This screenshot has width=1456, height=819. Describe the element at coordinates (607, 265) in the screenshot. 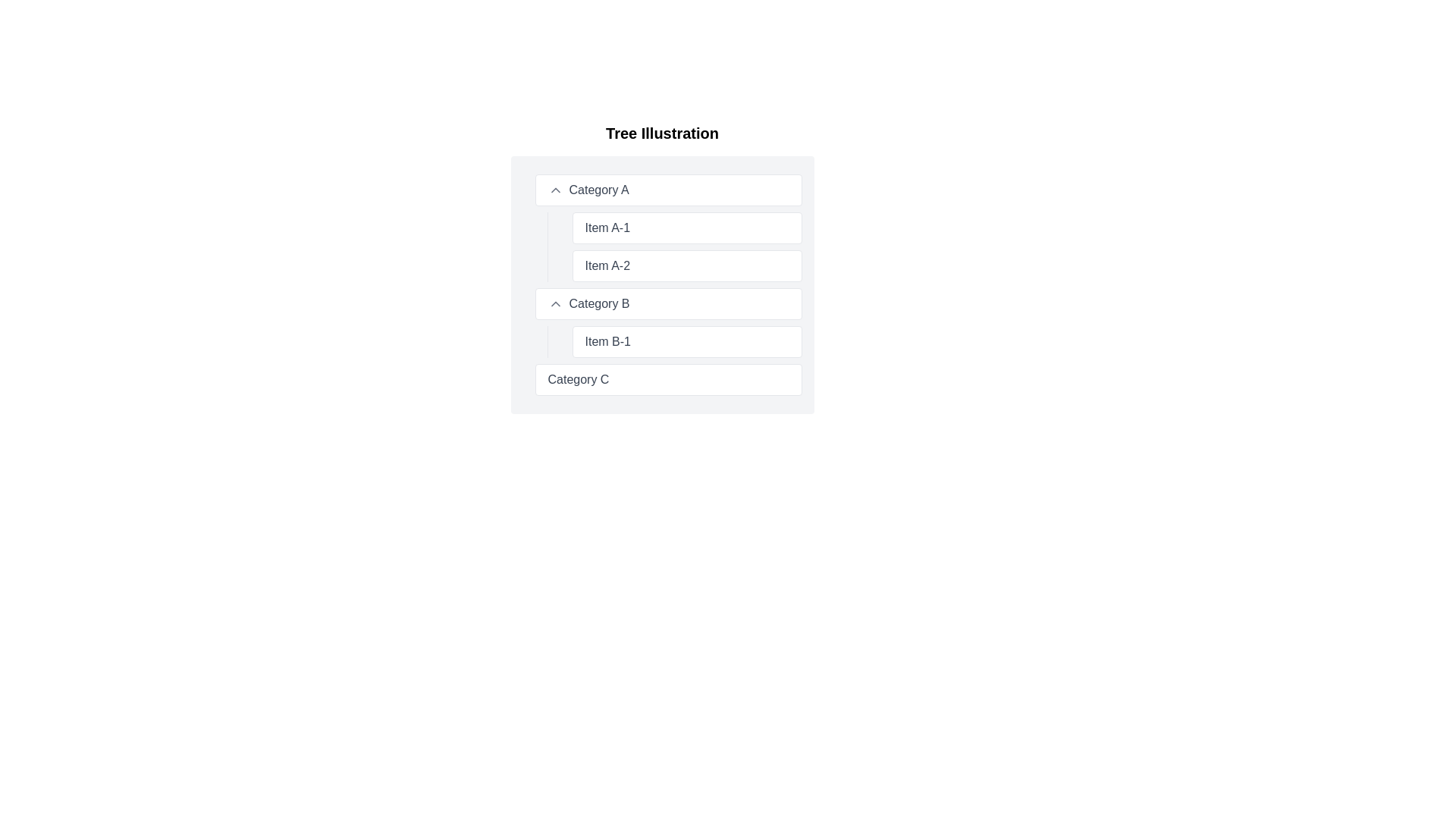

I see `text content of the label displaying 'Item A-2', which is styled with medium font weight and gray color, located in the second position under 'Category A'` at that location.